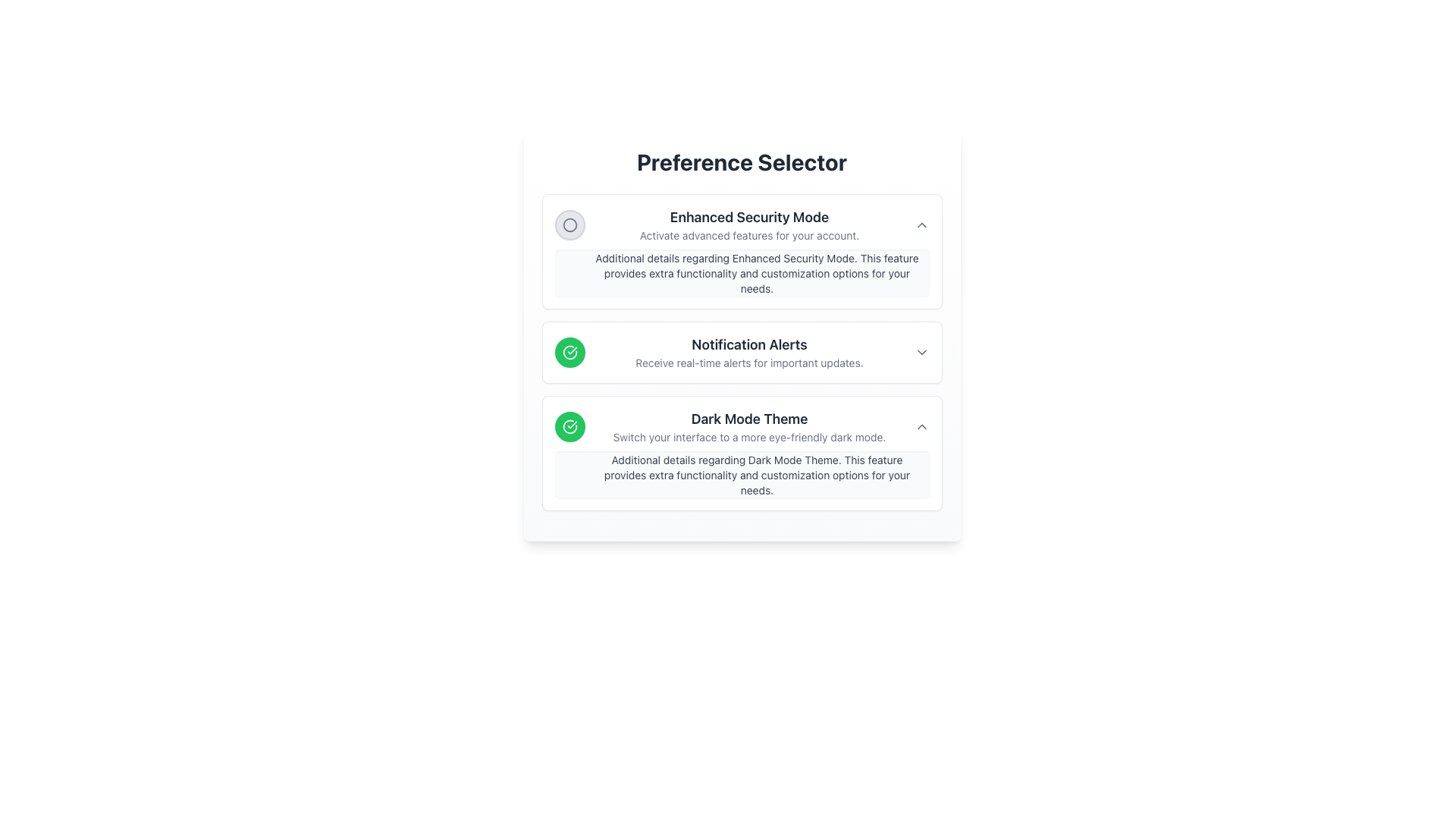  Describe the element at coordinates (749, 225) in the screenshot. I see `the 'Enhanced Security Mode' text block element, which features a bold title and a subtitle, located in the first row of the settings menu` at that location.